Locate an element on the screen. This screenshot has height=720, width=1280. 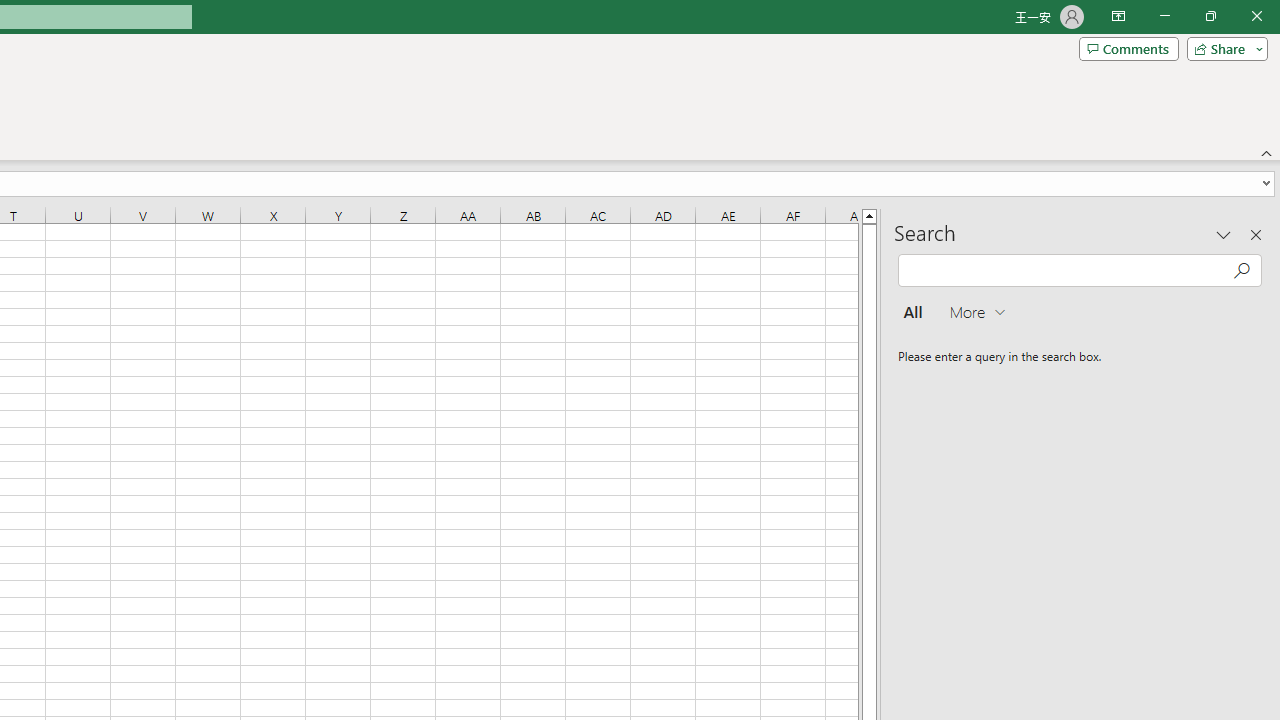
'Ribbon Display Options' is located at coordinates (1117, 16).